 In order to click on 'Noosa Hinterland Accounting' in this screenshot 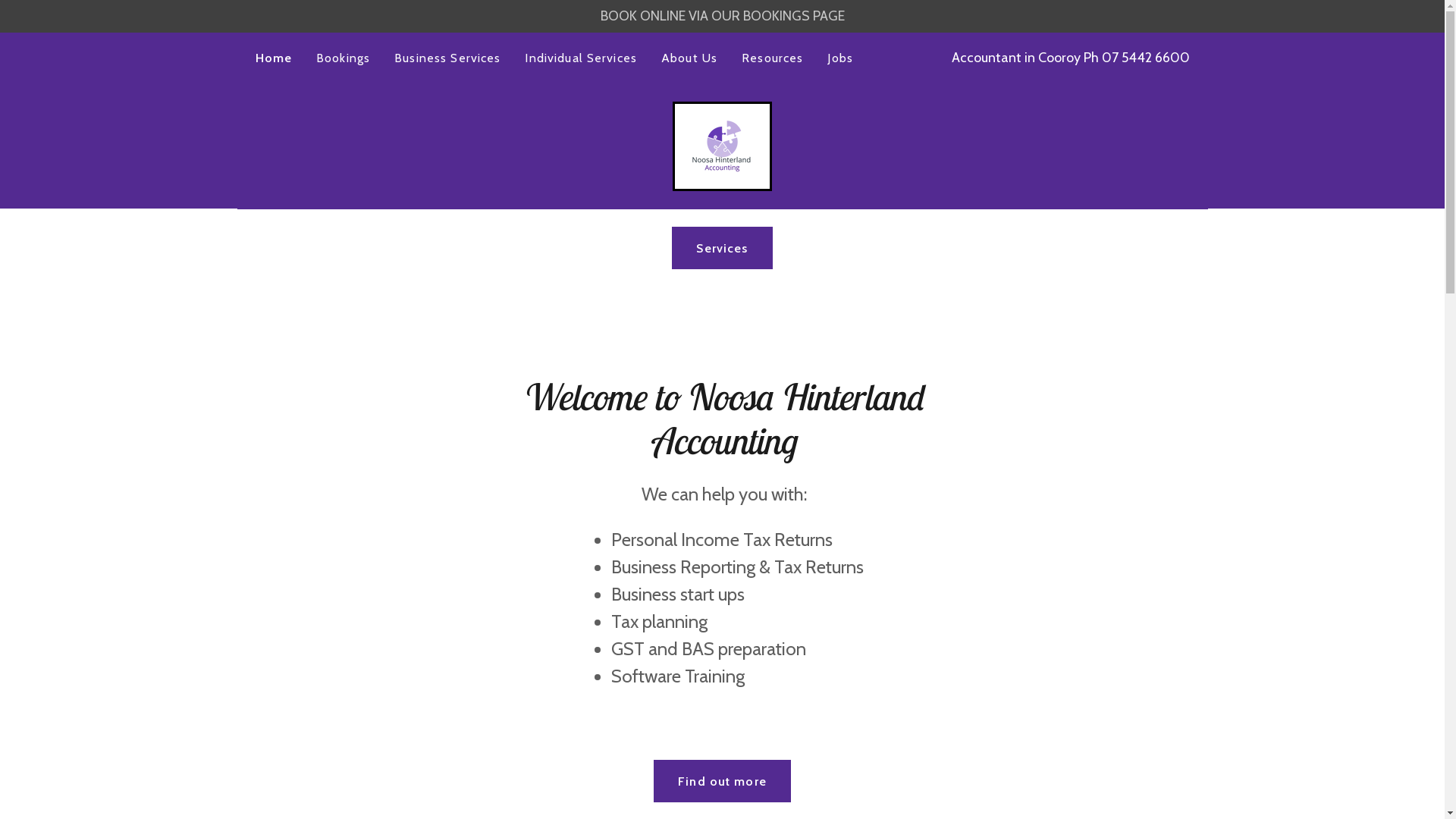, I will do `click(686, 145)`.